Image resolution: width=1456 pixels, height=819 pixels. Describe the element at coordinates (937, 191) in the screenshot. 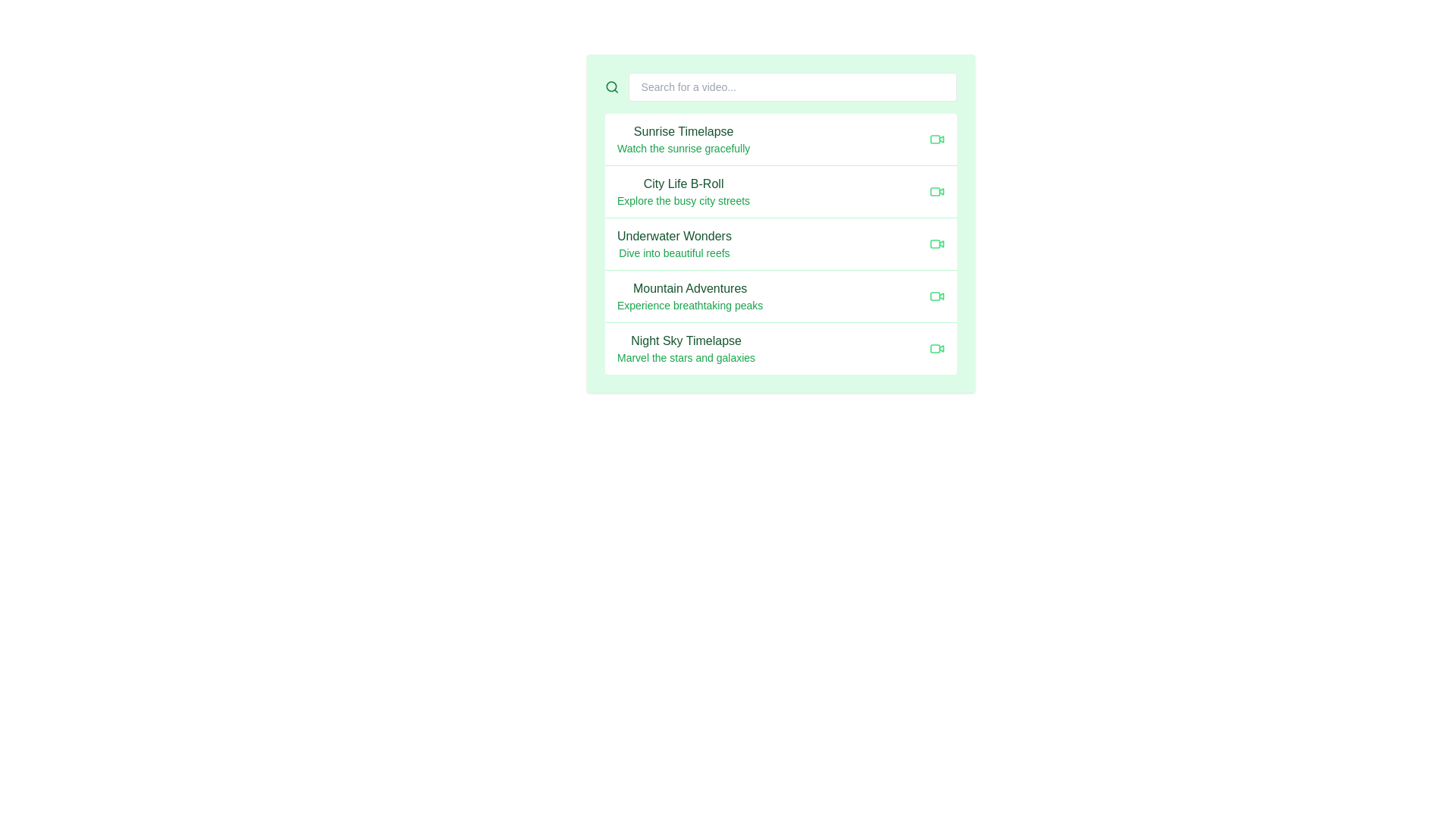

I see `the compact green video camera icon located to the right of the text 'City Life B-Roll'` at that location.